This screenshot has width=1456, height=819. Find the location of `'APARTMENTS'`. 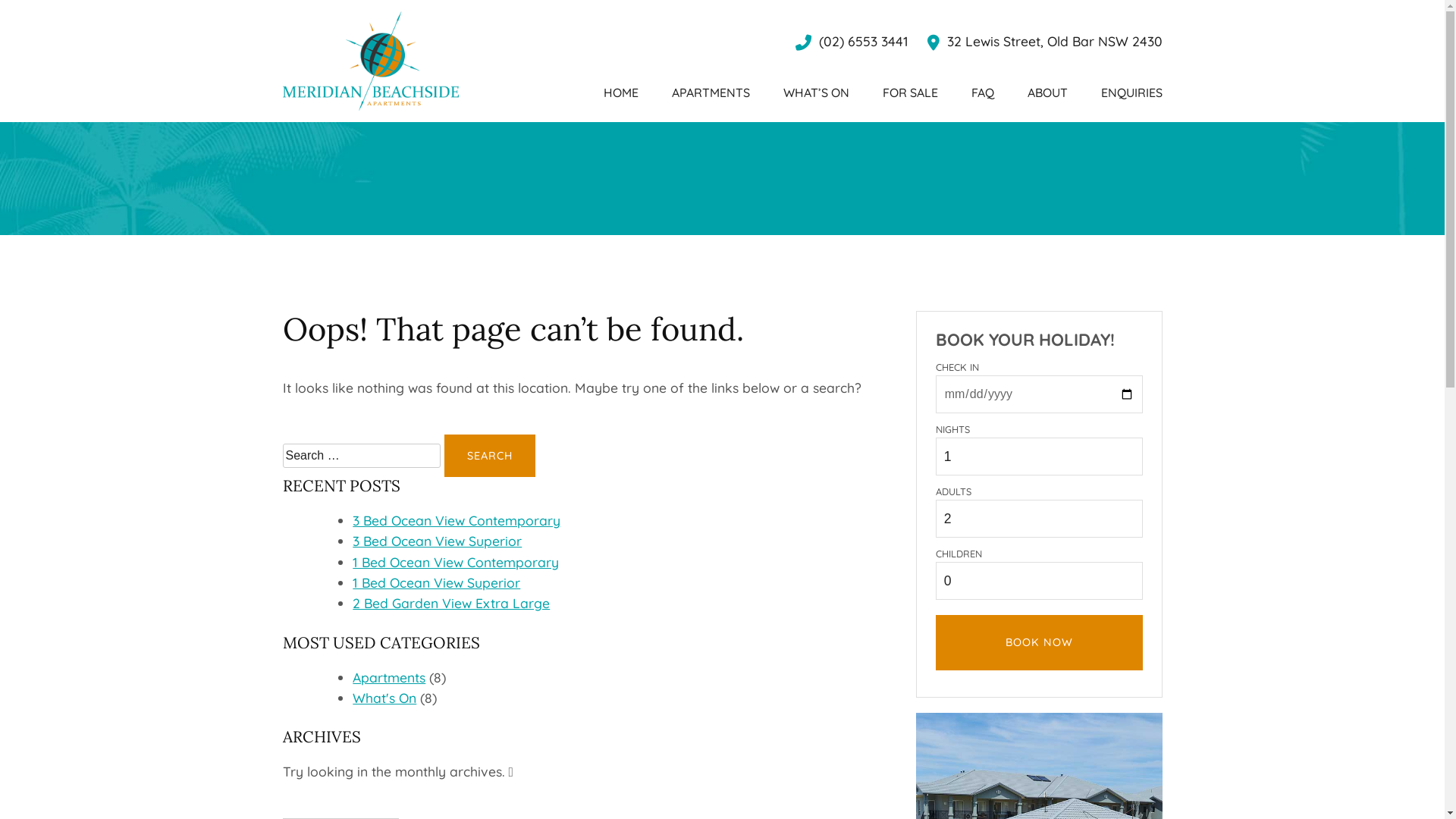

'APARTMENTS' is located at coordinates (710, 93).